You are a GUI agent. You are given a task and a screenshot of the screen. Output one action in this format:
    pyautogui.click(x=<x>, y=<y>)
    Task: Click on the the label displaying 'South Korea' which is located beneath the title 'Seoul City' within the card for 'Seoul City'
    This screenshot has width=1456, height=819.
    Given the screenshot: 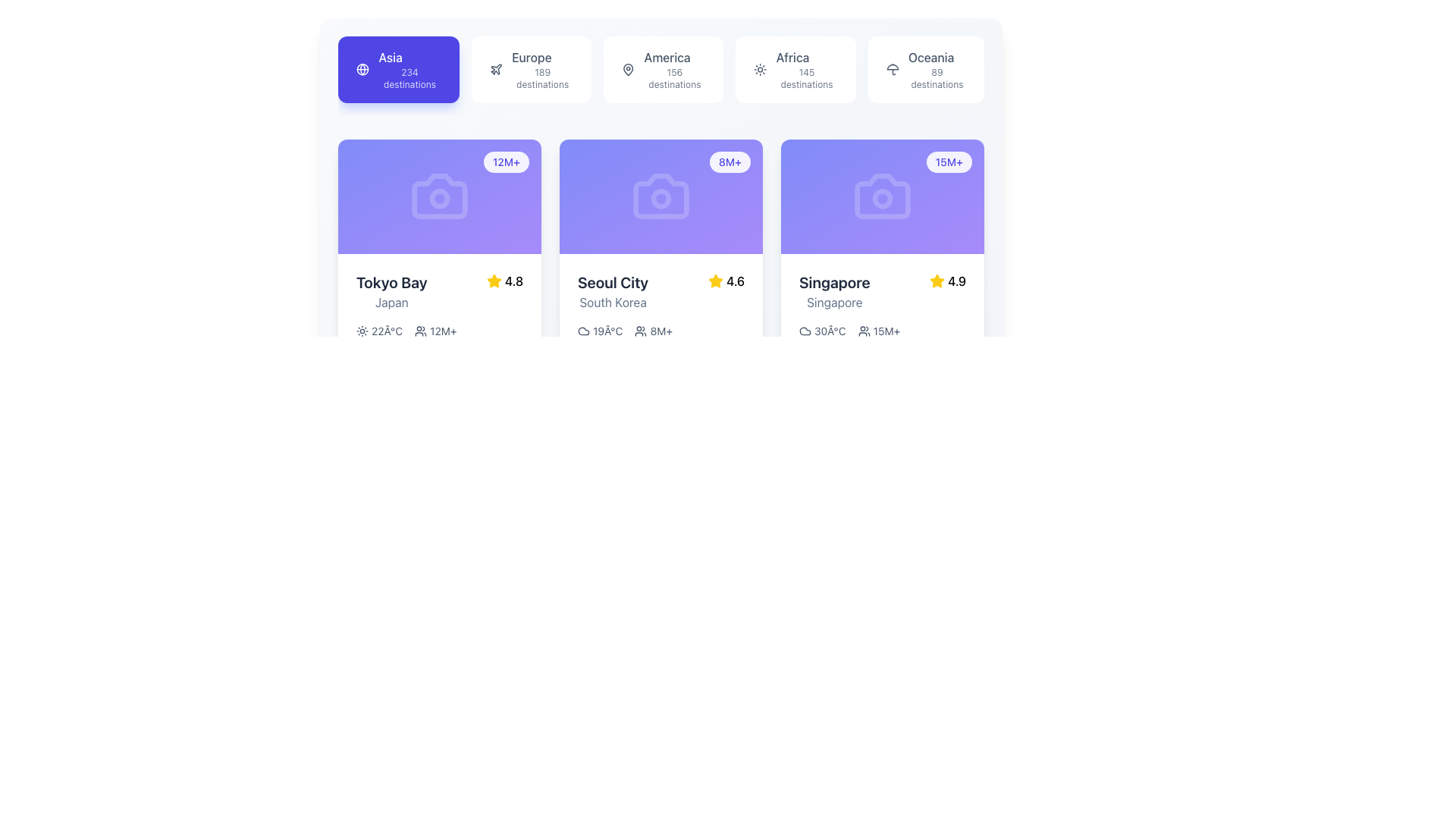 What is the action you would take?
    pyautogui.click(x=613, y=302)
    